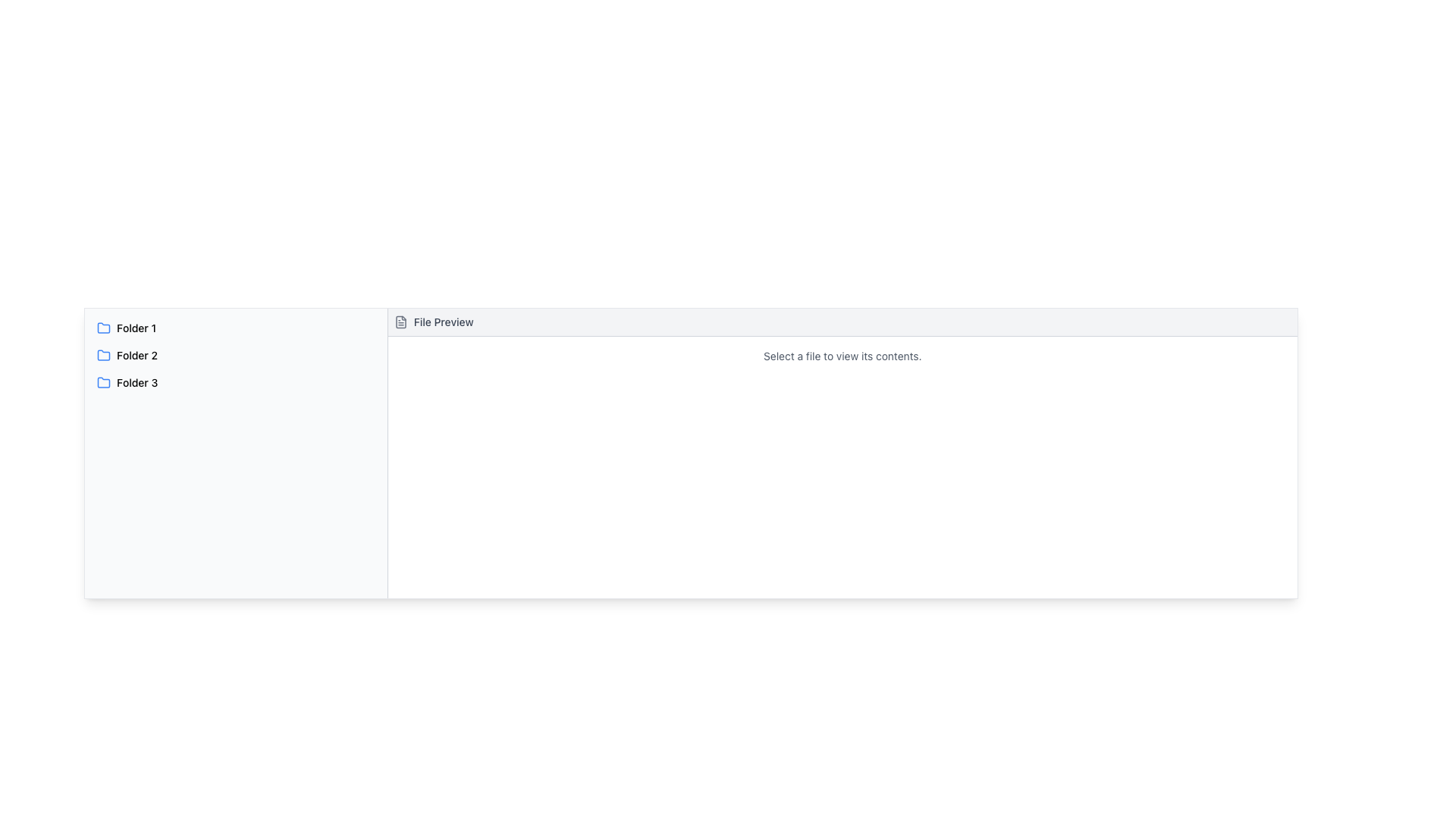  I want to click on the 'Folder 2' list item, which is the second entry in the vertical list of folders, so click(235, 356).